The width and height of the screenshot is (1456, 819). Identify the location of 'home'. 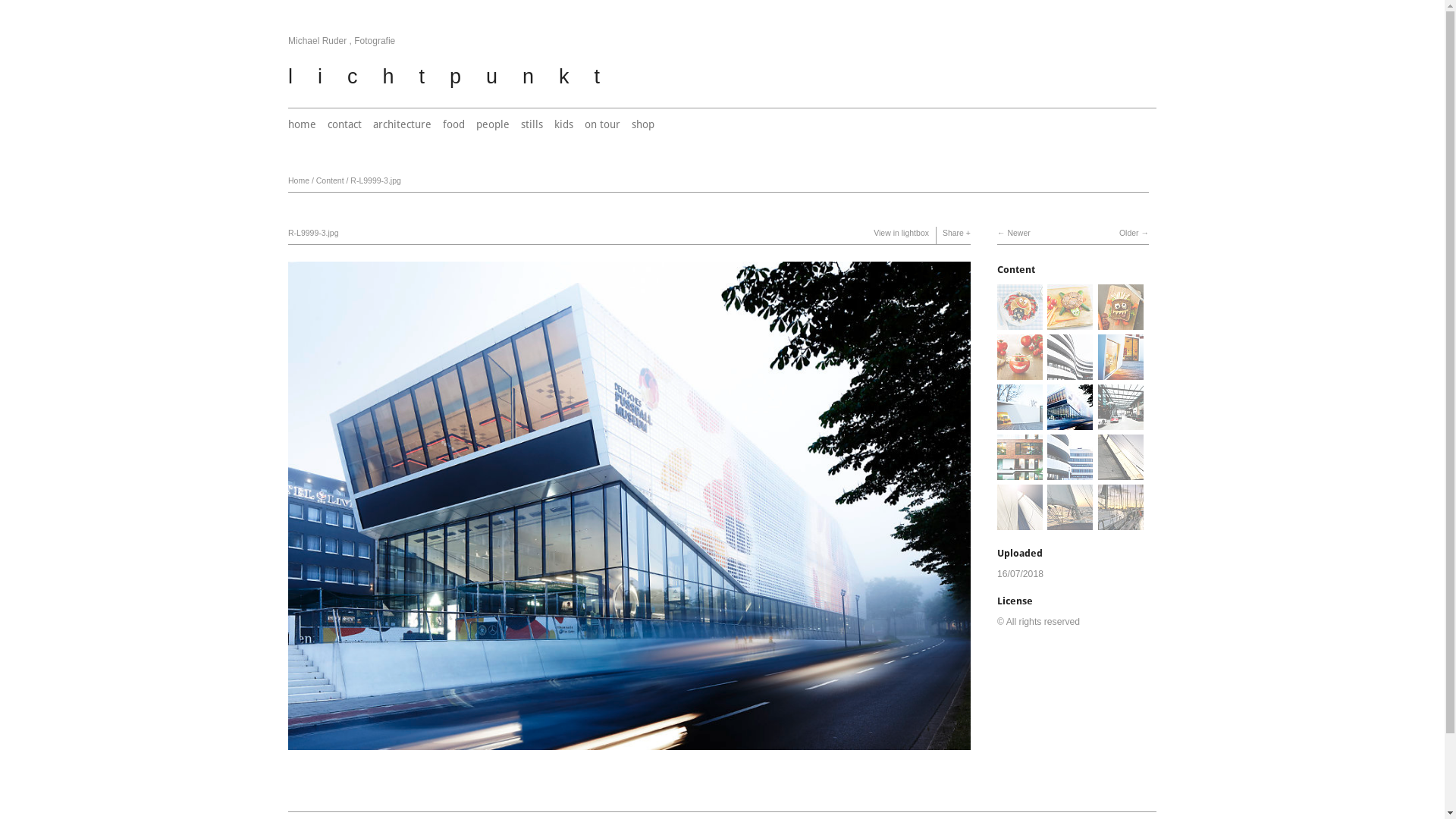
(287, 124).